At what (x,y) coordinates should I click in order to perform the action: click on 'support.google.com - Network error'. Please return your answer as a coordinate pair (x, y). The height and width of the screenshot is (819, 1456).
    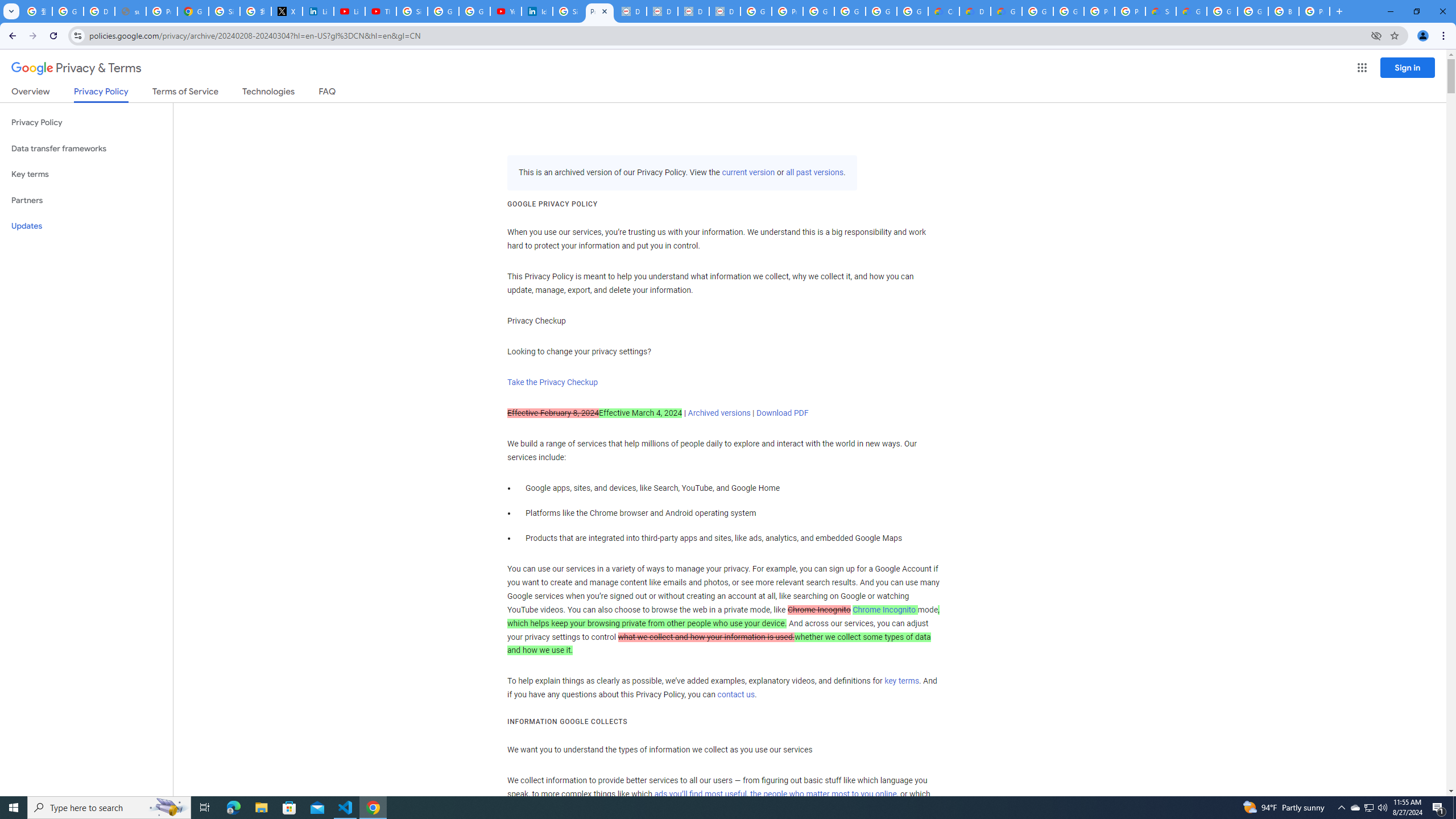
    Looking at the image, I should click on (130, 11).